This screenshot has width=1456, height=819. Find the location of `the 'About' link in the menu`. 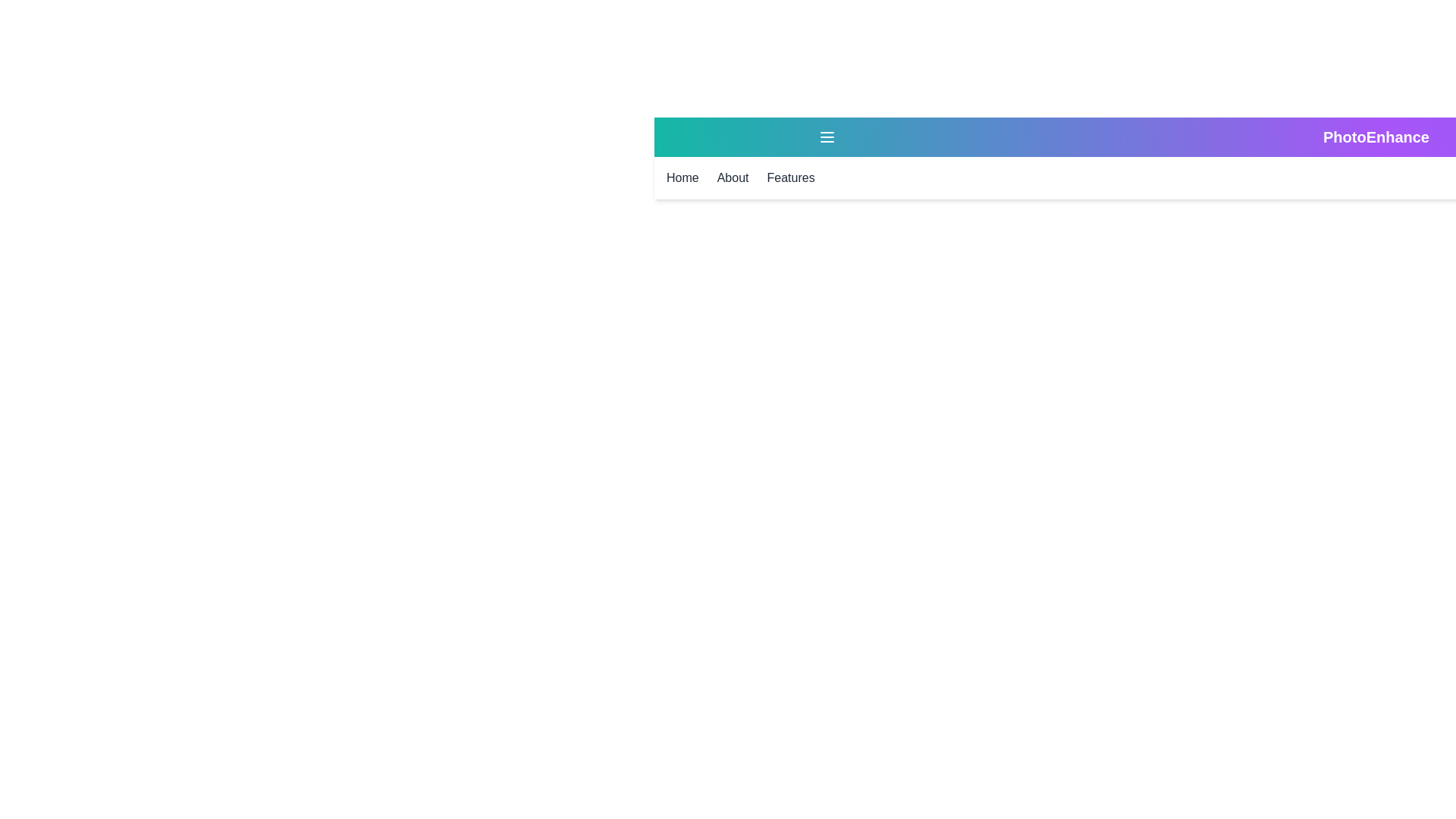

the 'About' link in the menu is located at coordinates (732, 177).